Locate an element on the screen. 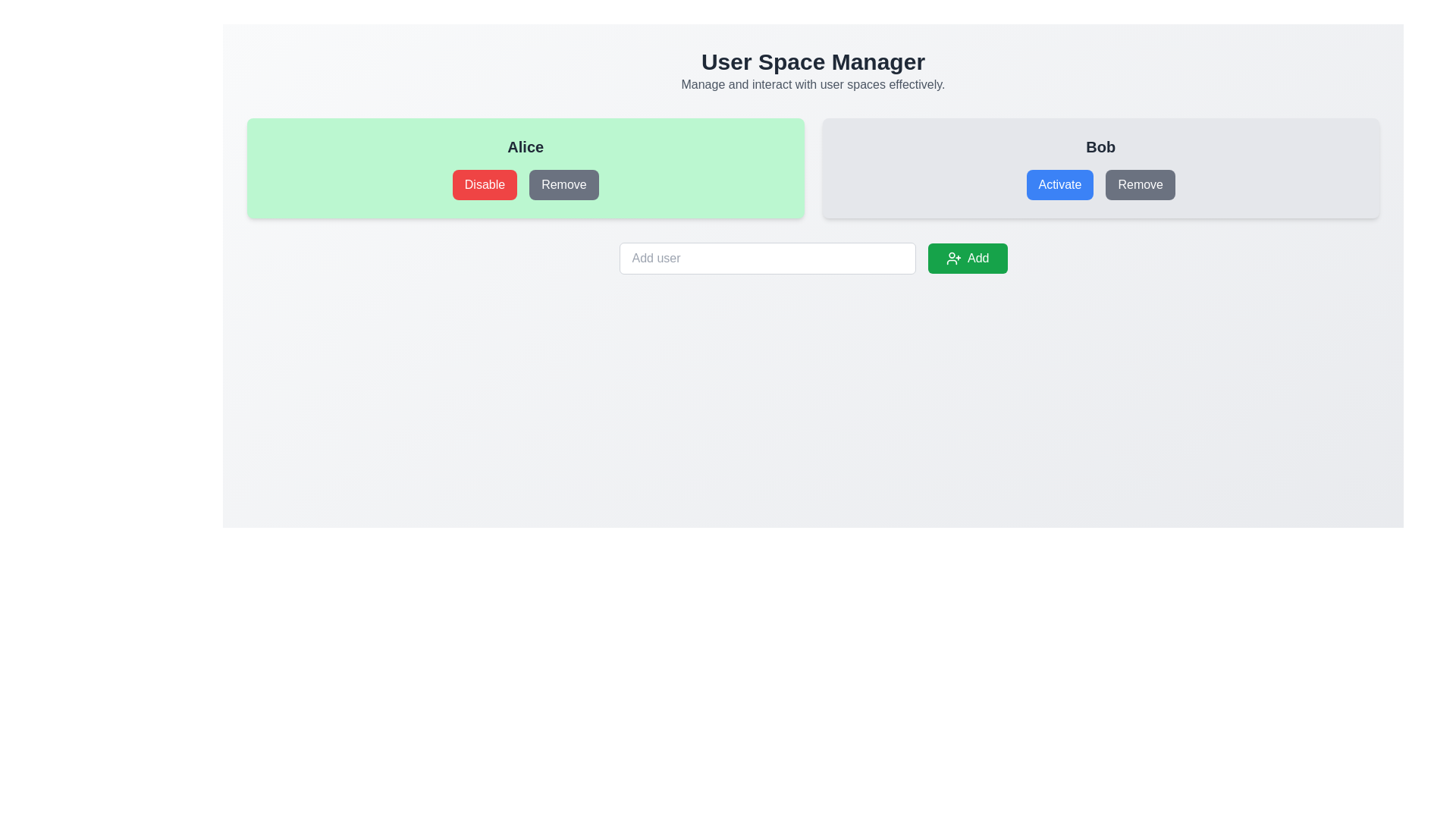  the 'Add User' button to activate its visual feedback is located at coordinates (967, 257).